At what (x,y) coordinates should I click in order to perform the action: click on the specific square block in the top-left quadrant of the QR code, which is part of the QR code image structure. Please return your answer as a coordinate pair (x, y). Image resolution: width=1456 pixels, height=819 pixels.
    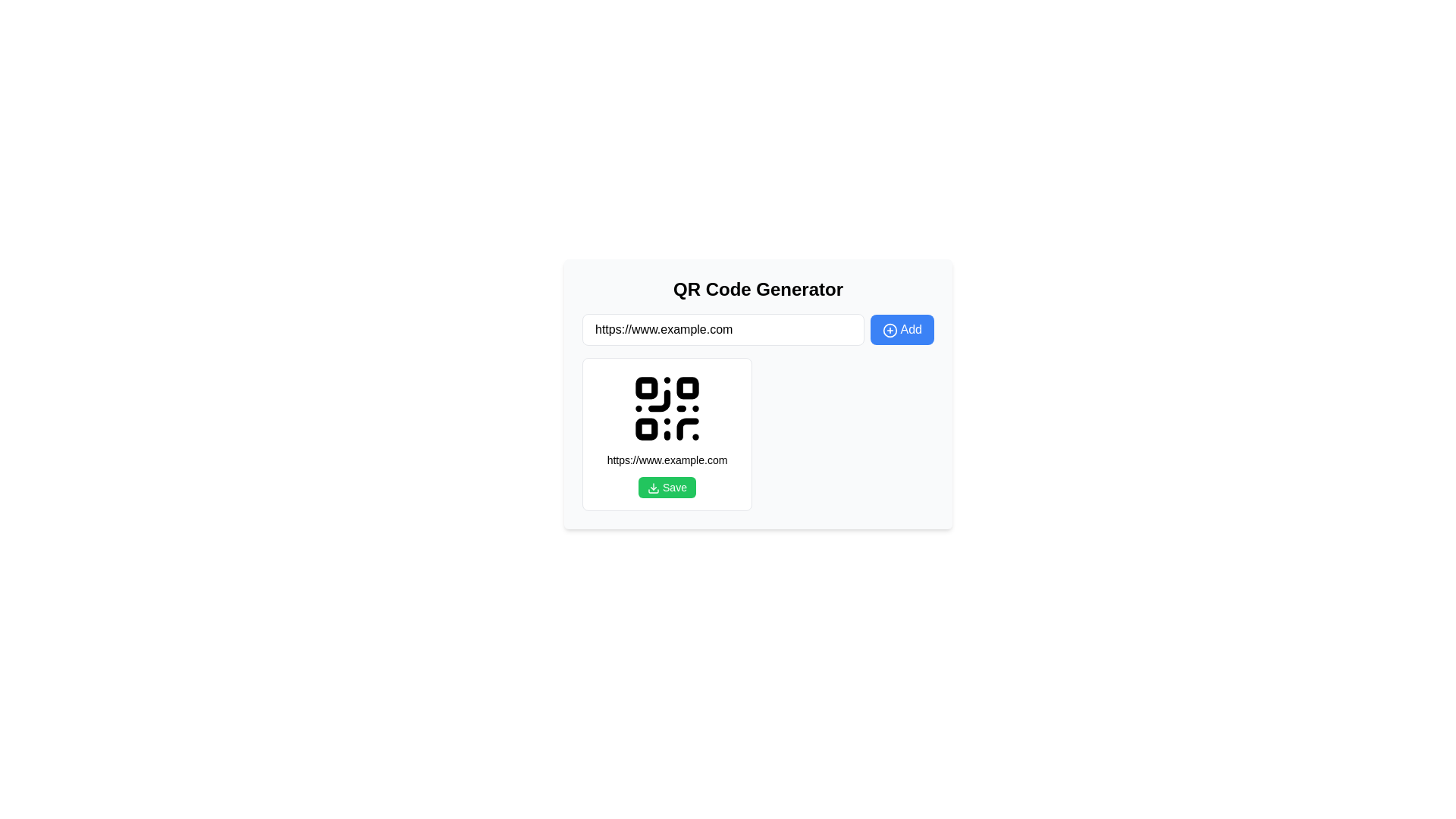
    Looking at the image, I should click on (646, 387).